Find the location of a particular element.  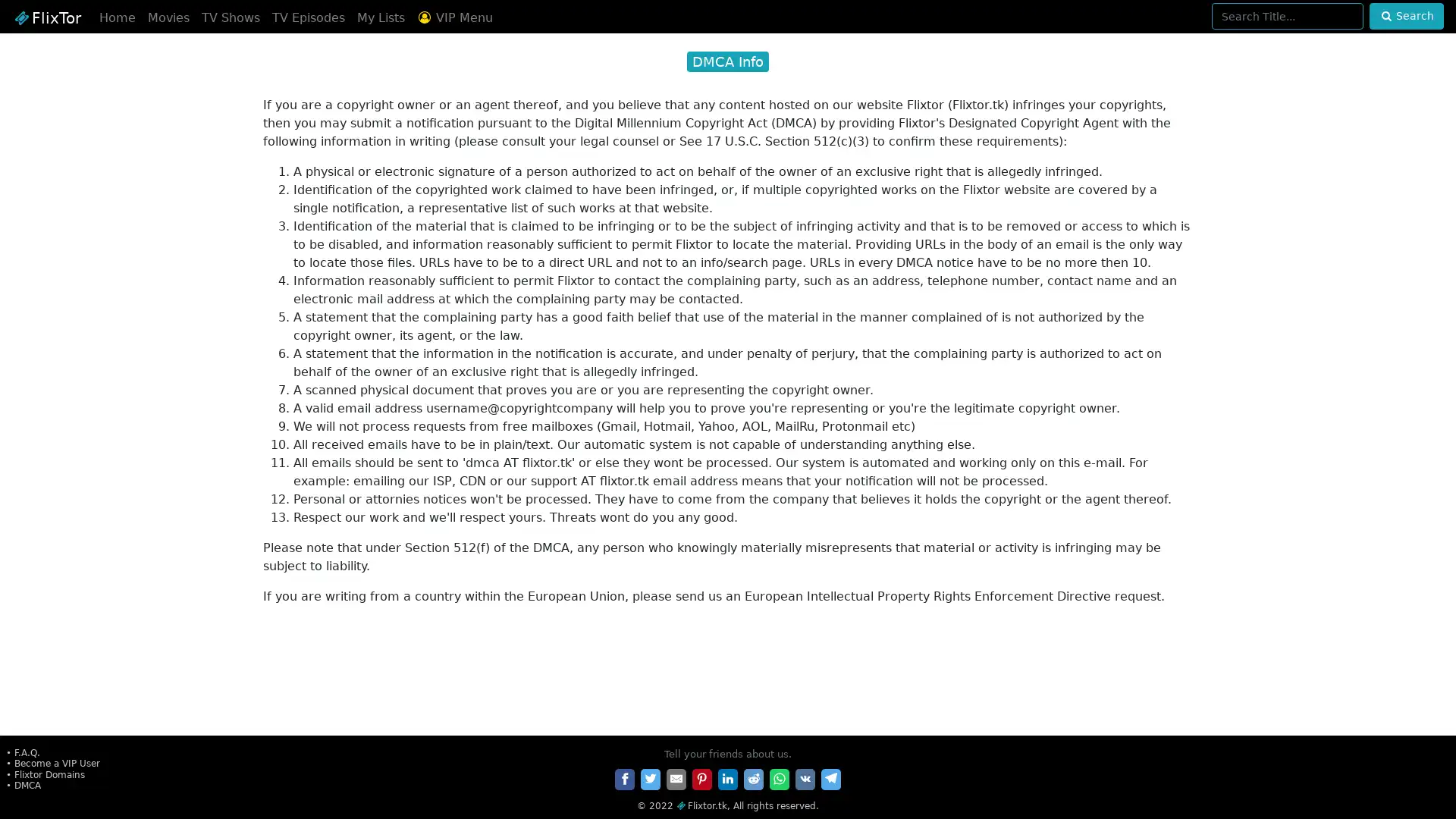

Search is located at coordinates (1405, 16).